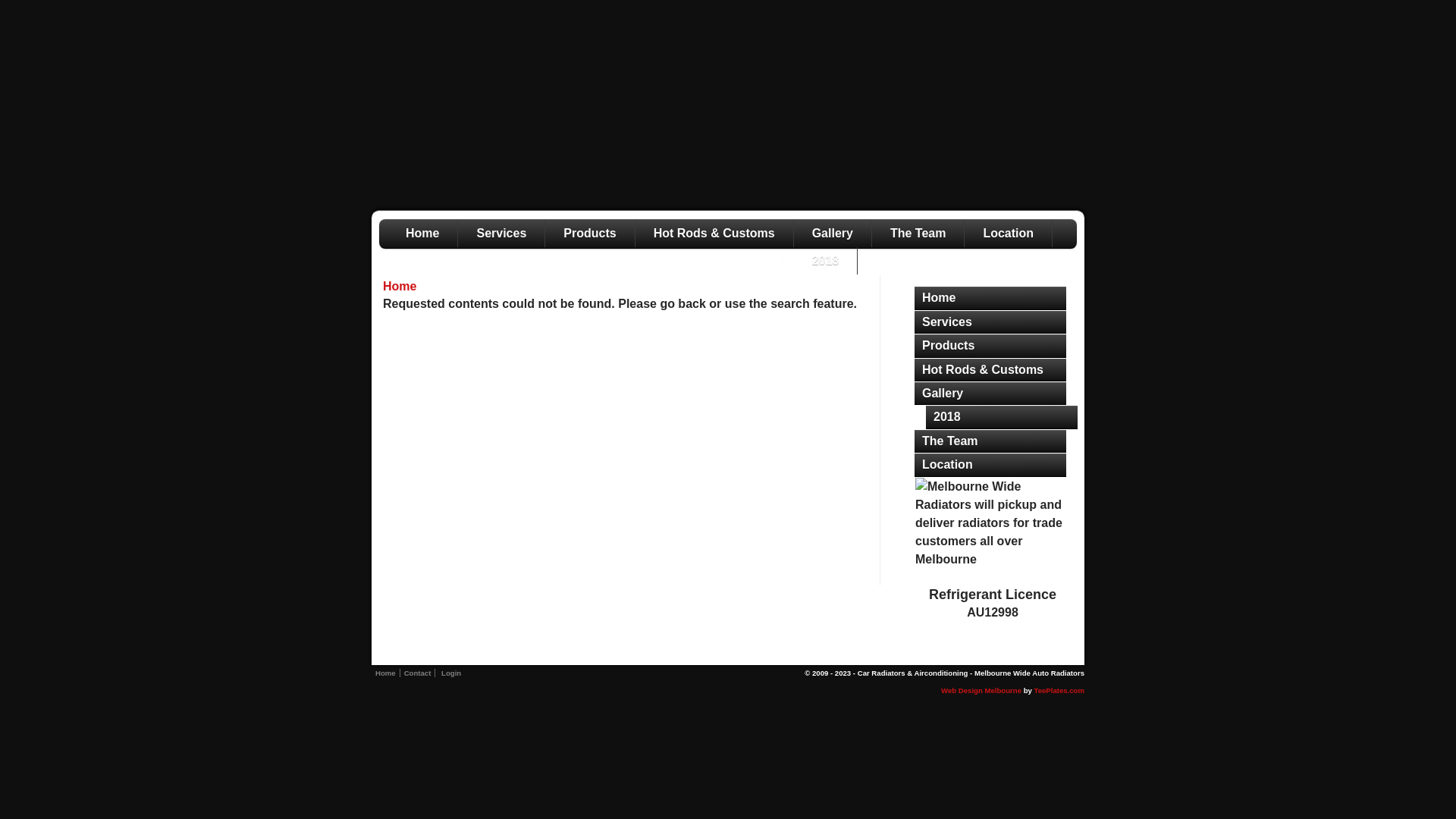 The image size is (1456, 819). What do you see at coordinates (1058, 690) in the screenshot?
I see `'TeePlates.com'` at bounding box center [1058, 690].